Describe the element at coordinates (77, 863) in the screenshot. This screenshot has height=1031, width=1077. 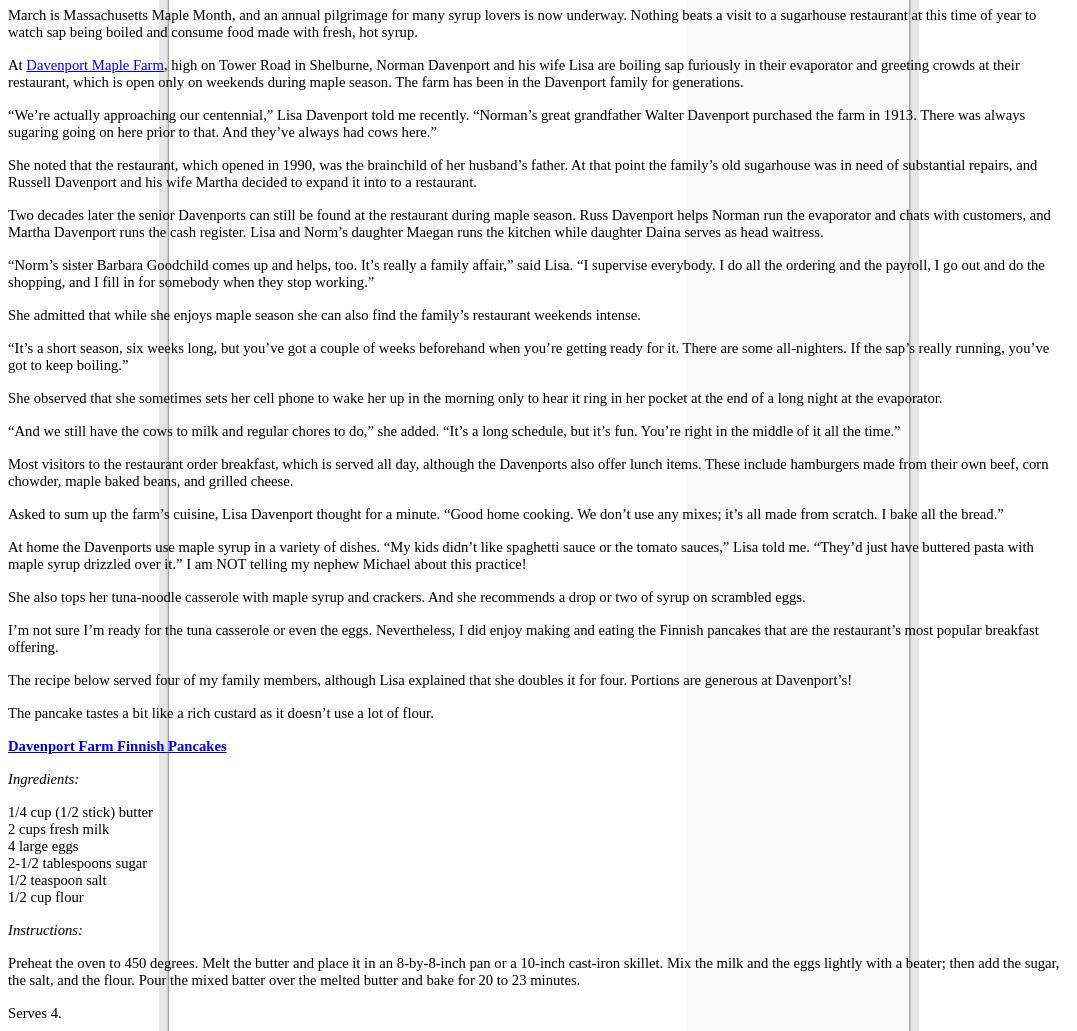
I see `'2-1/2 tablespoons sugar'` at that location.